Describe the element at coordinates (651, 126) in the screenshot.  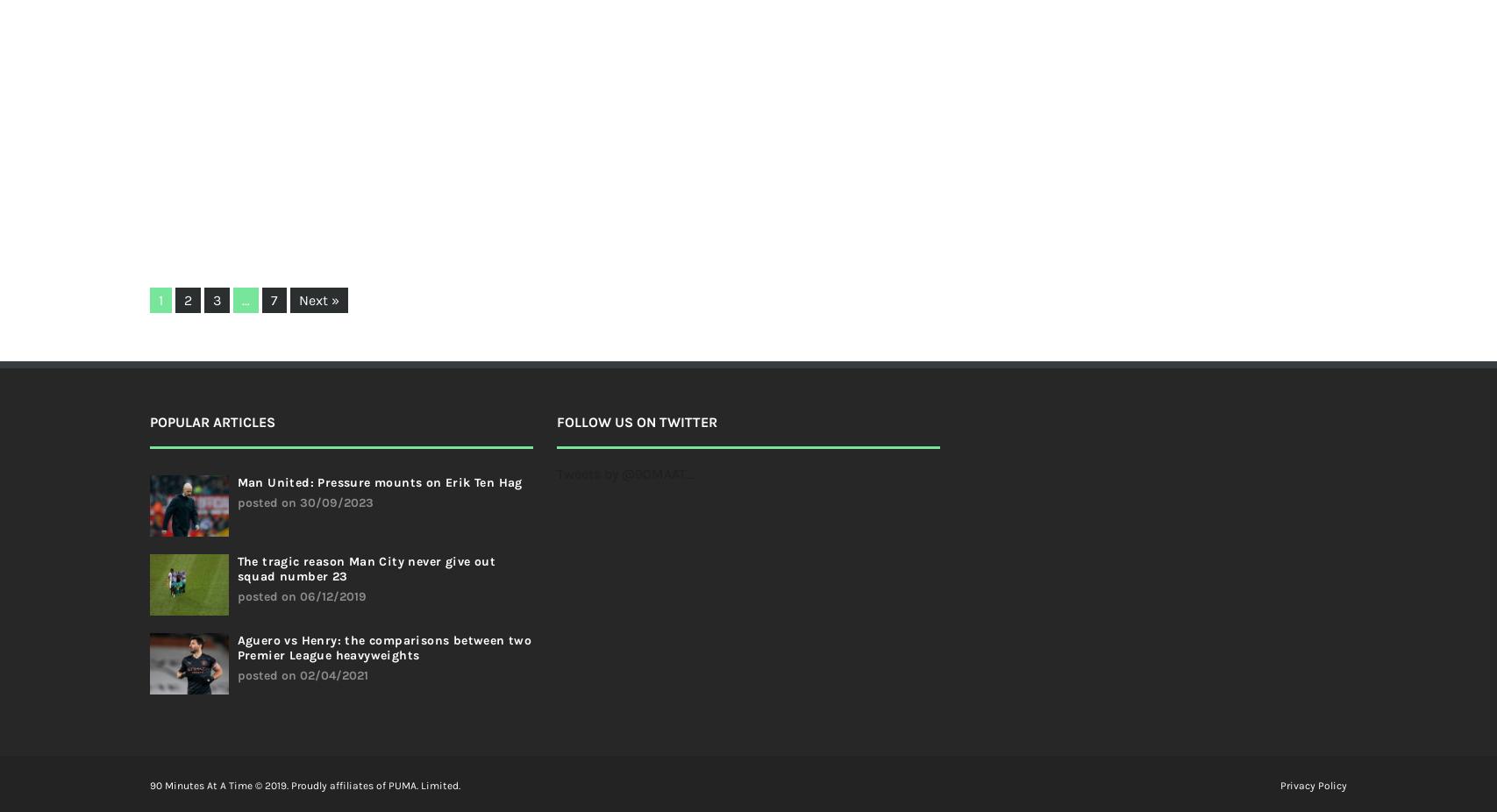
I see `'Will Chattell'` at that location.